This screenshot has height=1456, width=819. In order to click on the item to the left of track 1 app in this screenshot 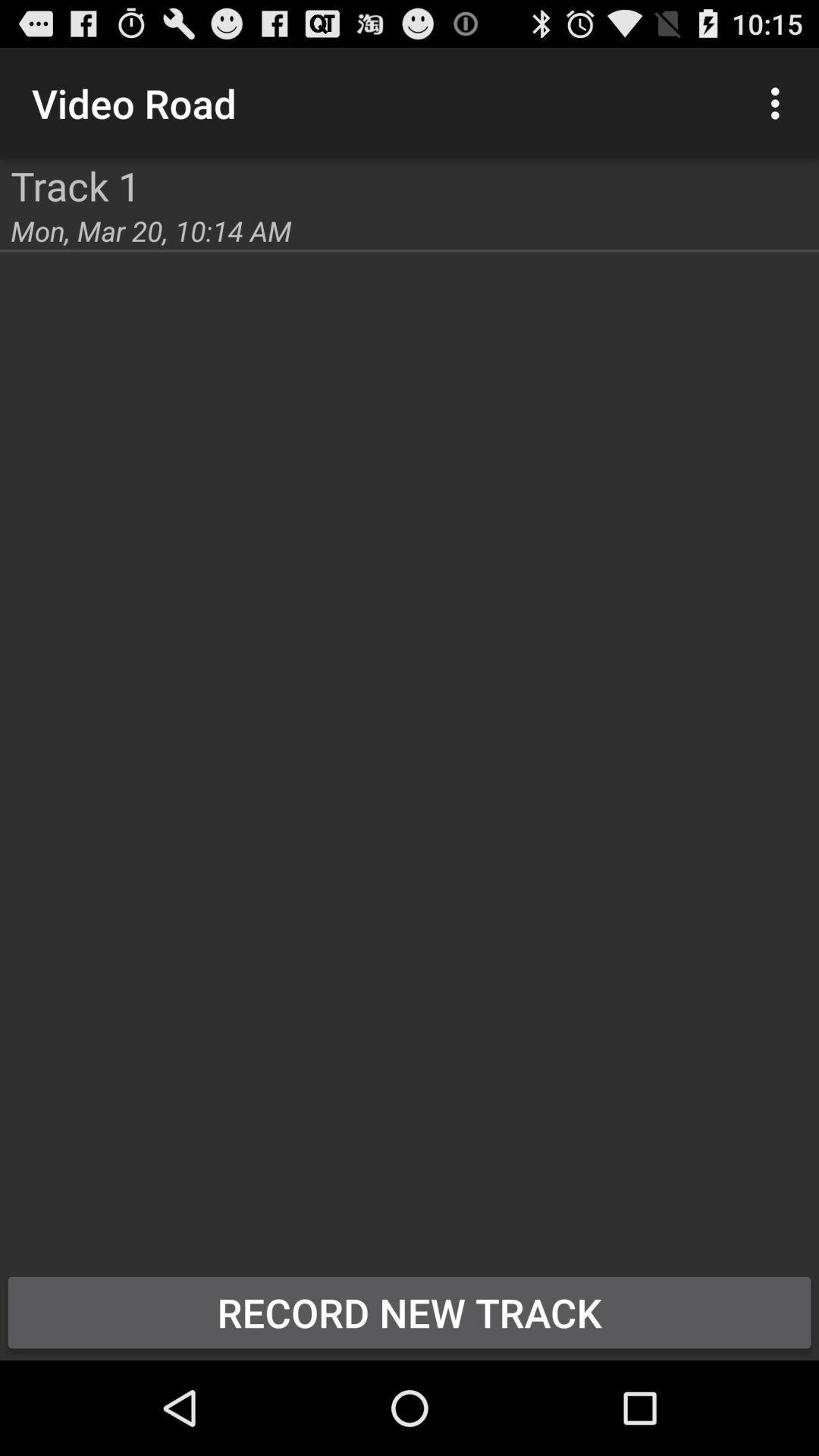, I will do `click(0, 159)`.